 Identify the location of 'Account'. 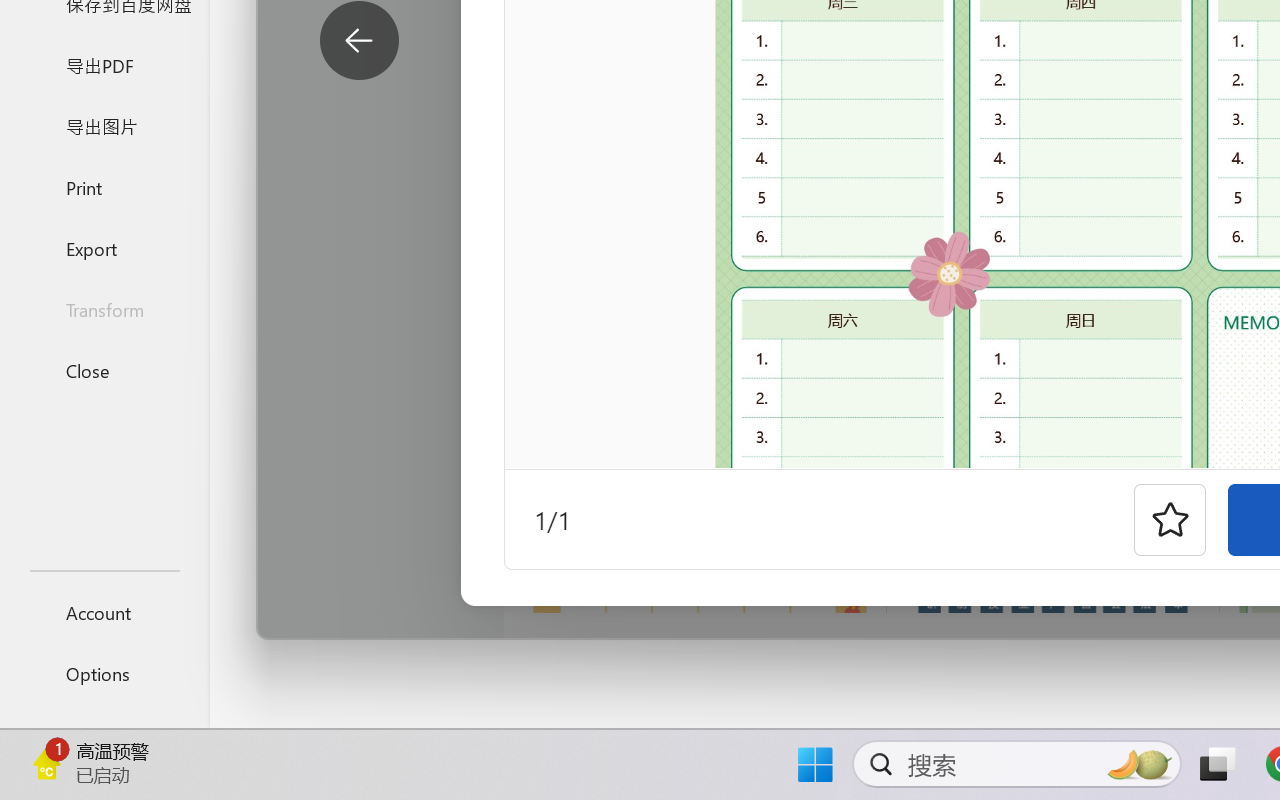
(103, 612).